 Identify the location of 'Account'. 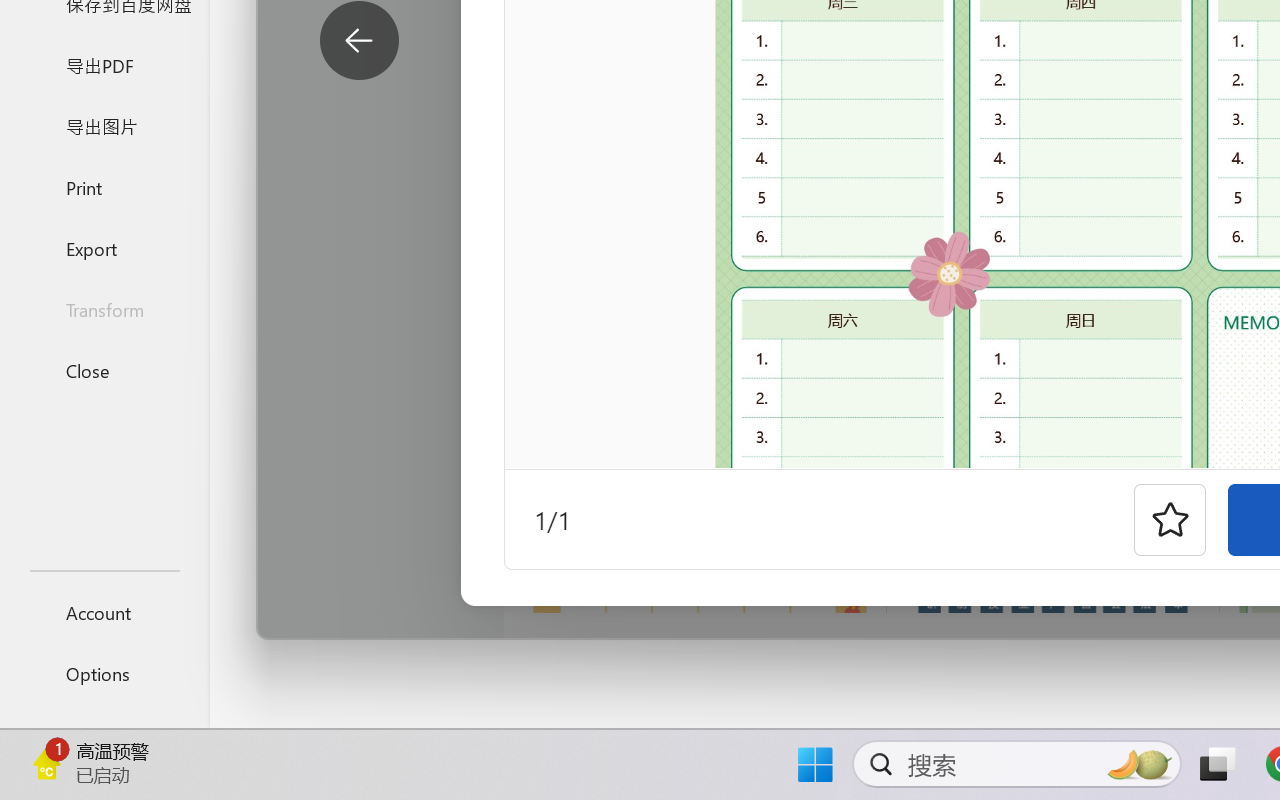
(103, 612).